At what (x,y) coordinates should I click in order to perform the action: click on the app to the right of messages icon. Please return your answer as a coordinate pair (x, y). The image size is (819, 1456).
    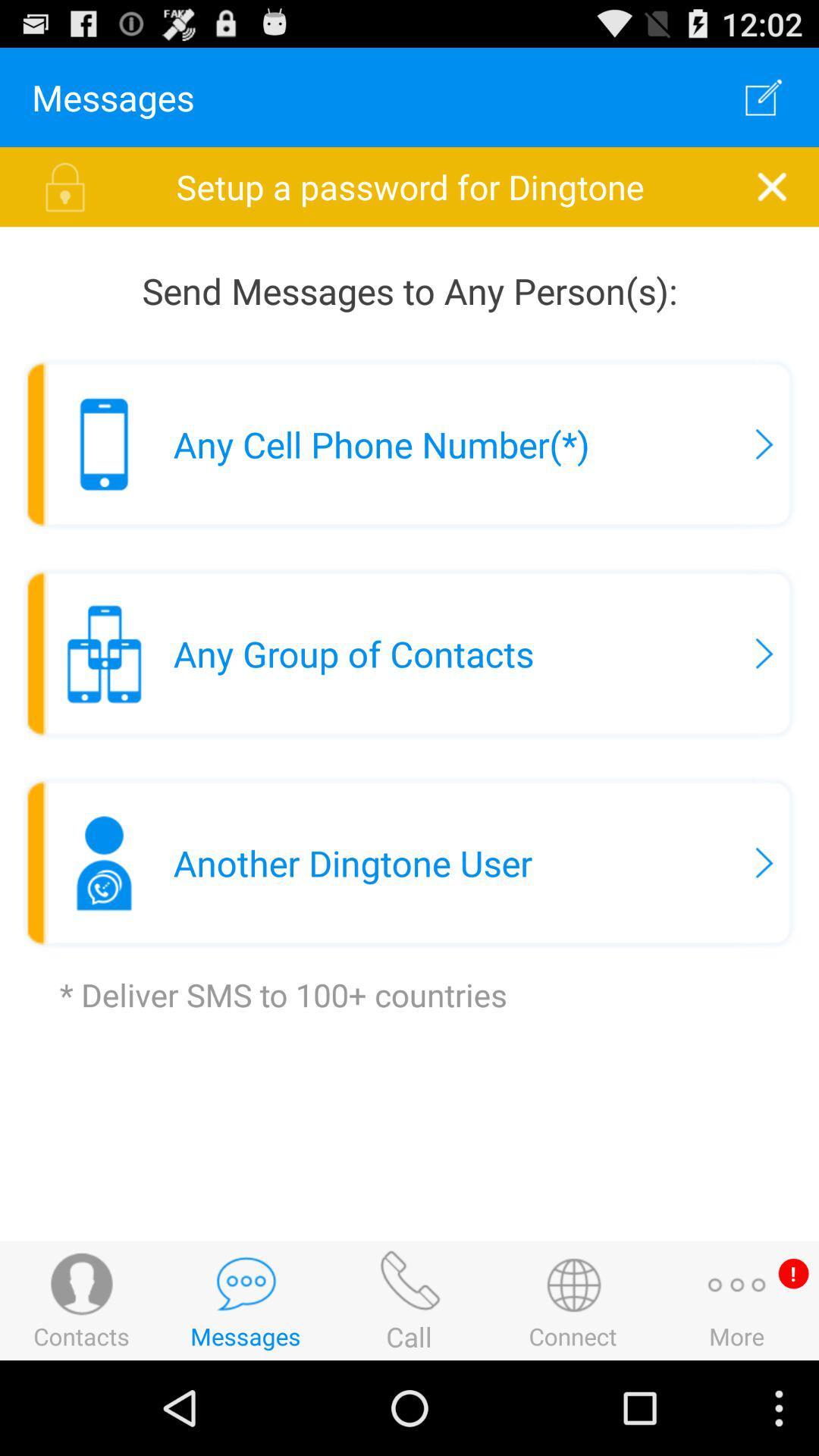
    Looking at the image, I should click on (764, 96).